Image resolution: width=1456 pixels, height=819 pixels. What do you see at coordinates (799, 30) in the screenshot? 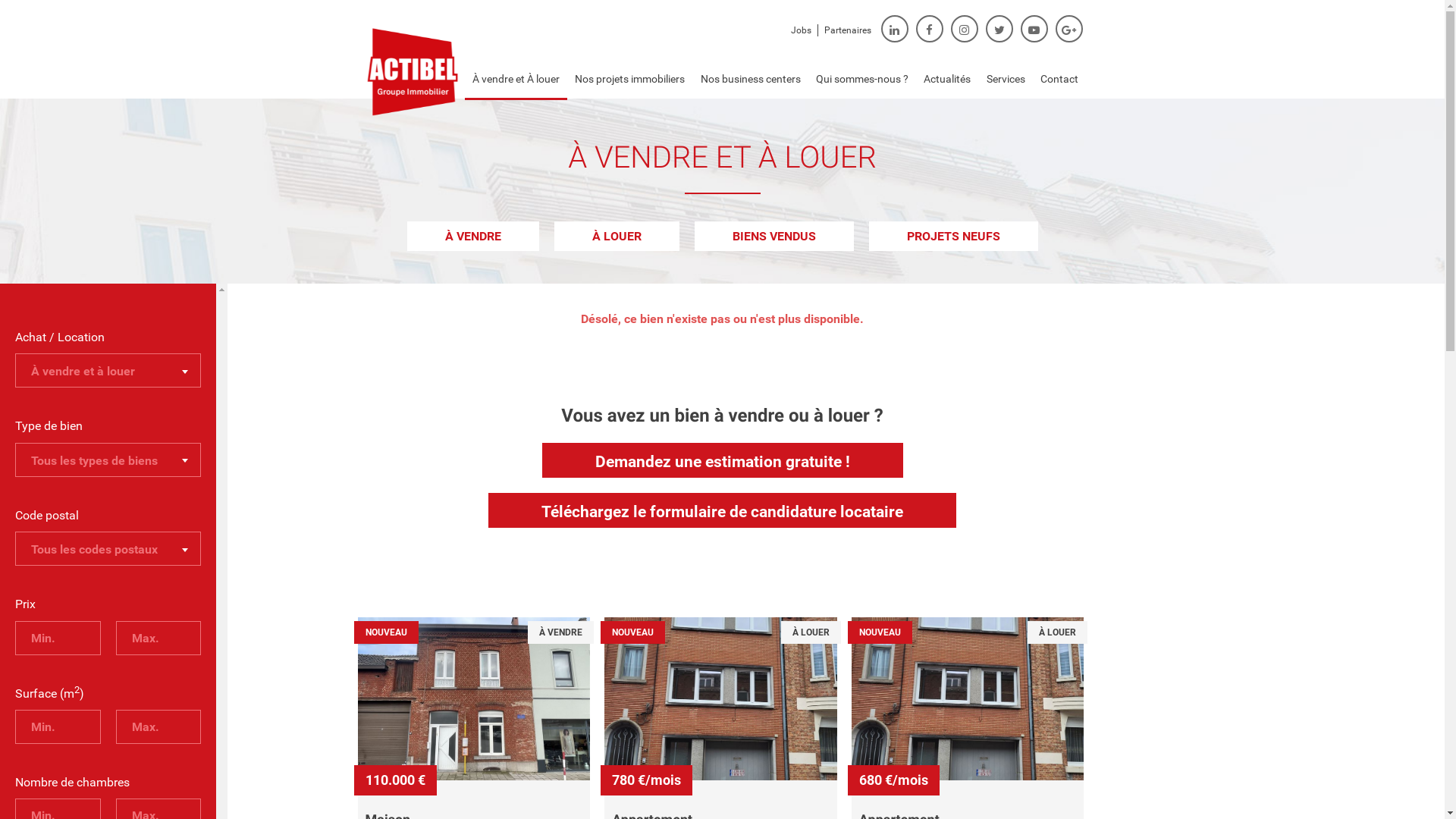
I see `'Jobs'` at bounding box center [799, 30].